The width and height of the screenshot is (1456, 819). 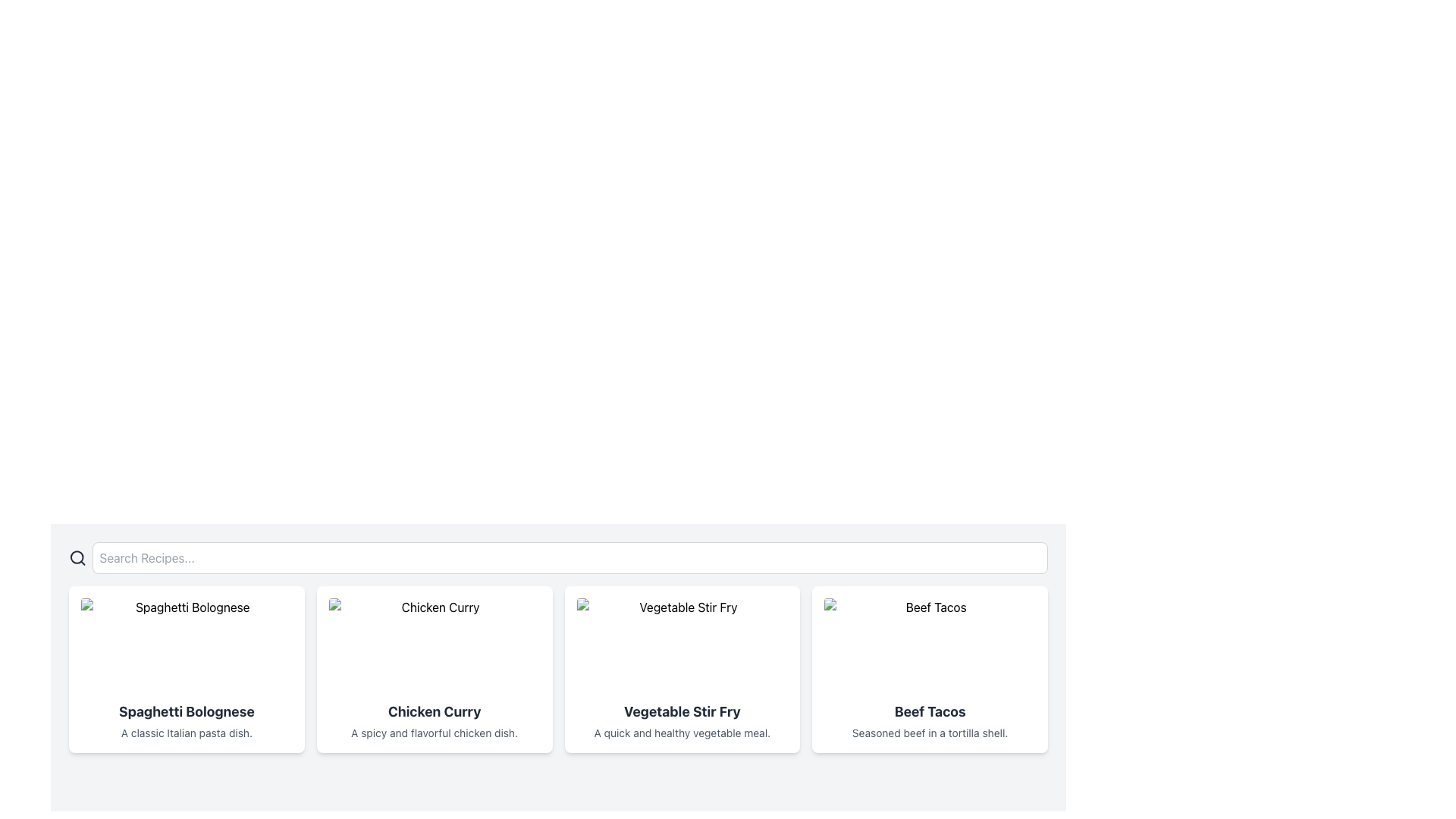 What do you see at coordinates (929, 646) in the screenshot?
I see `the image representing the 'Beef Tacos' recipe, which is located in the fourth card of a horizontally scrolling recipe browsing interface` at bounding box center [929, 646].